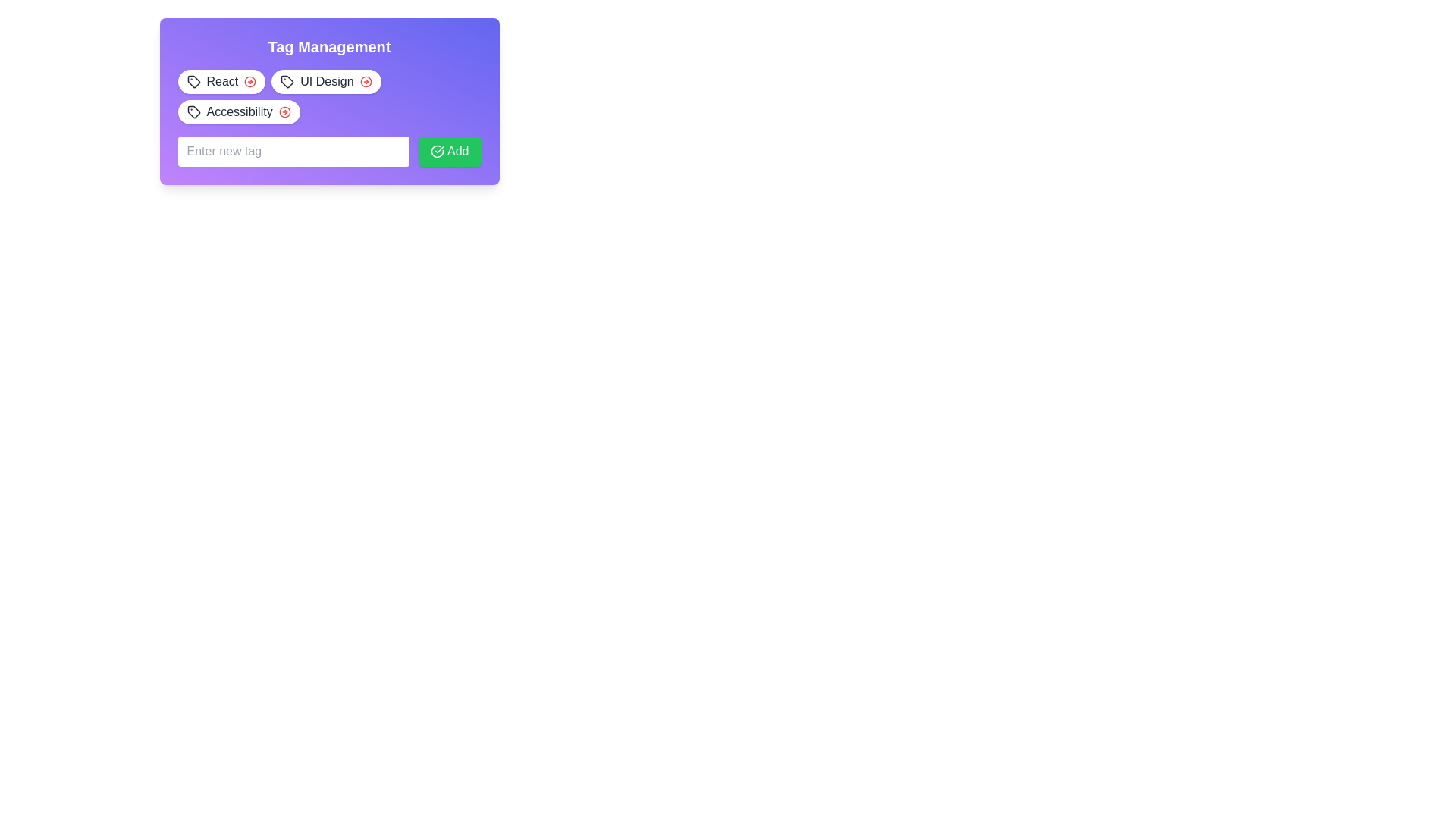 This screenshot has width=1456, height=819. I want to click on the Decorative graphical tag icon representing the 'React' tag, which is located near the top left of the tag management box, to the left of the 'React' label text, so click(193, 82).